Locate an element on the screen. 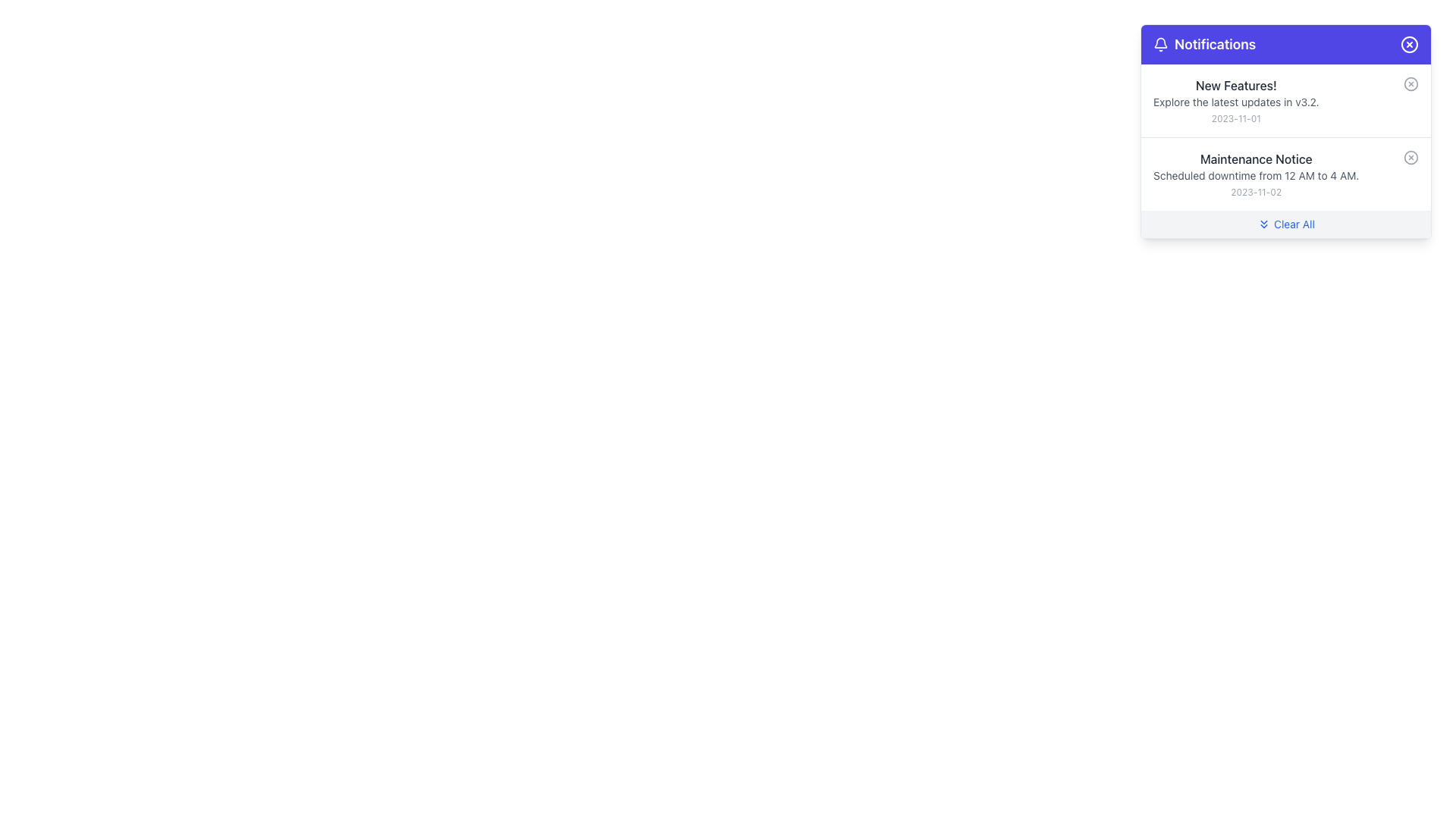 The image size is (1456, 819). the close button located in the upper-right corner of the notification header bar is located at coordinates (1408, 43).